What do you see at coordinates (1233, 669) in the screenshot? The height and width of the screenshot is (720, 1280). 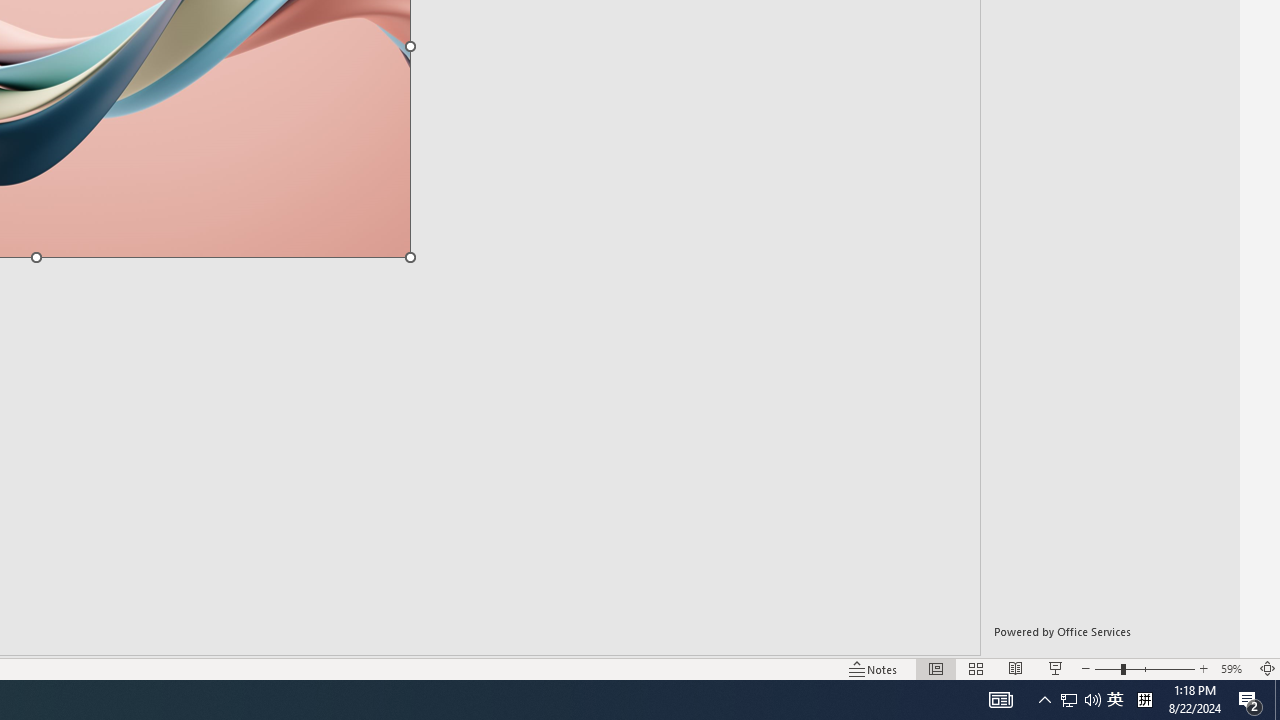 I see `'Zoom 59%'` at bounding box center [1233, 669].